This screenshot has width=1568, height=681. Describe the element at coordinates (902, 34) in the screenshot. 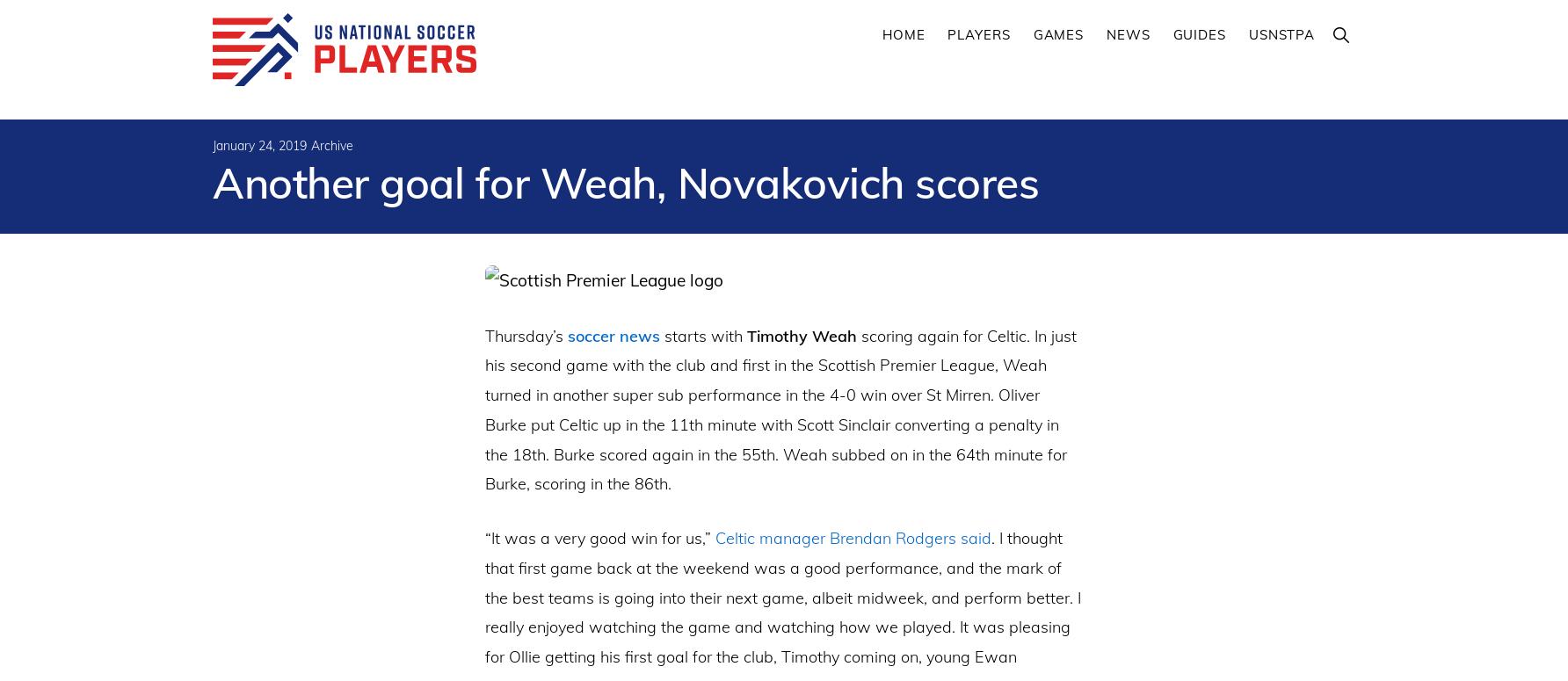

I see `'Home'` at that location.